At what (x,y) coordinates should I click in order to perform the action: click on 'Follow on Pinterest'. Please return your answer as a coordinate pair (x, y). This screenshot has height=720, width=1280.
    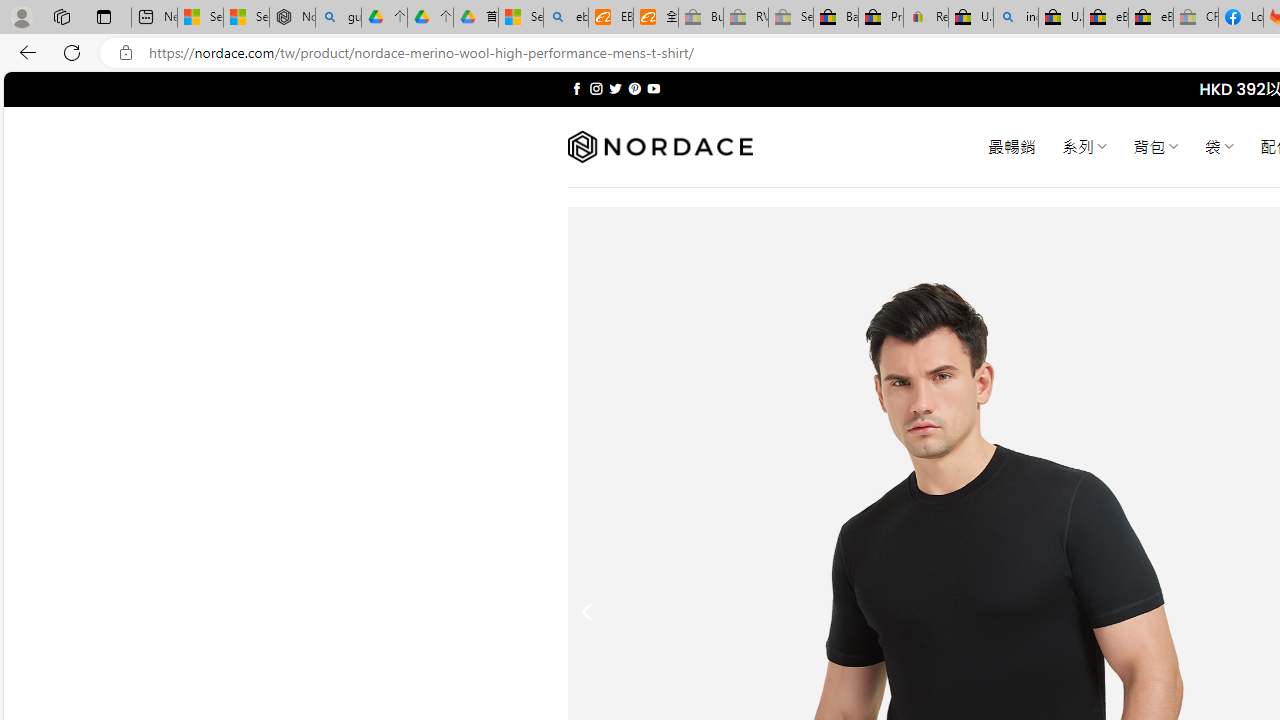
    Looking at the image, I should click on (633, 88).